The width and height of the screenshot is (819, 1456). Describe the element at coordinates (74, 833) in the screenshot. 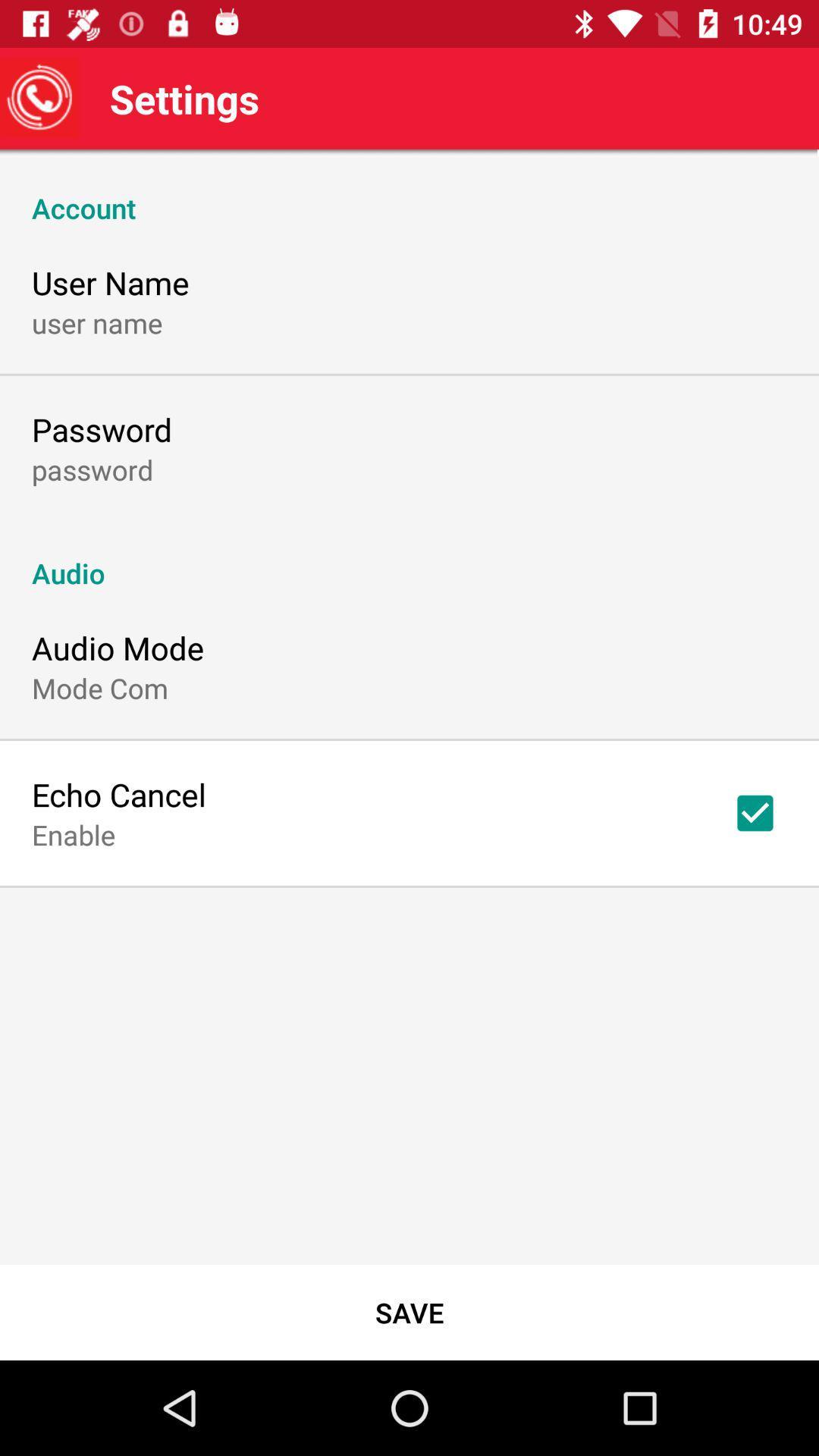

I see `the enable item` at that location.